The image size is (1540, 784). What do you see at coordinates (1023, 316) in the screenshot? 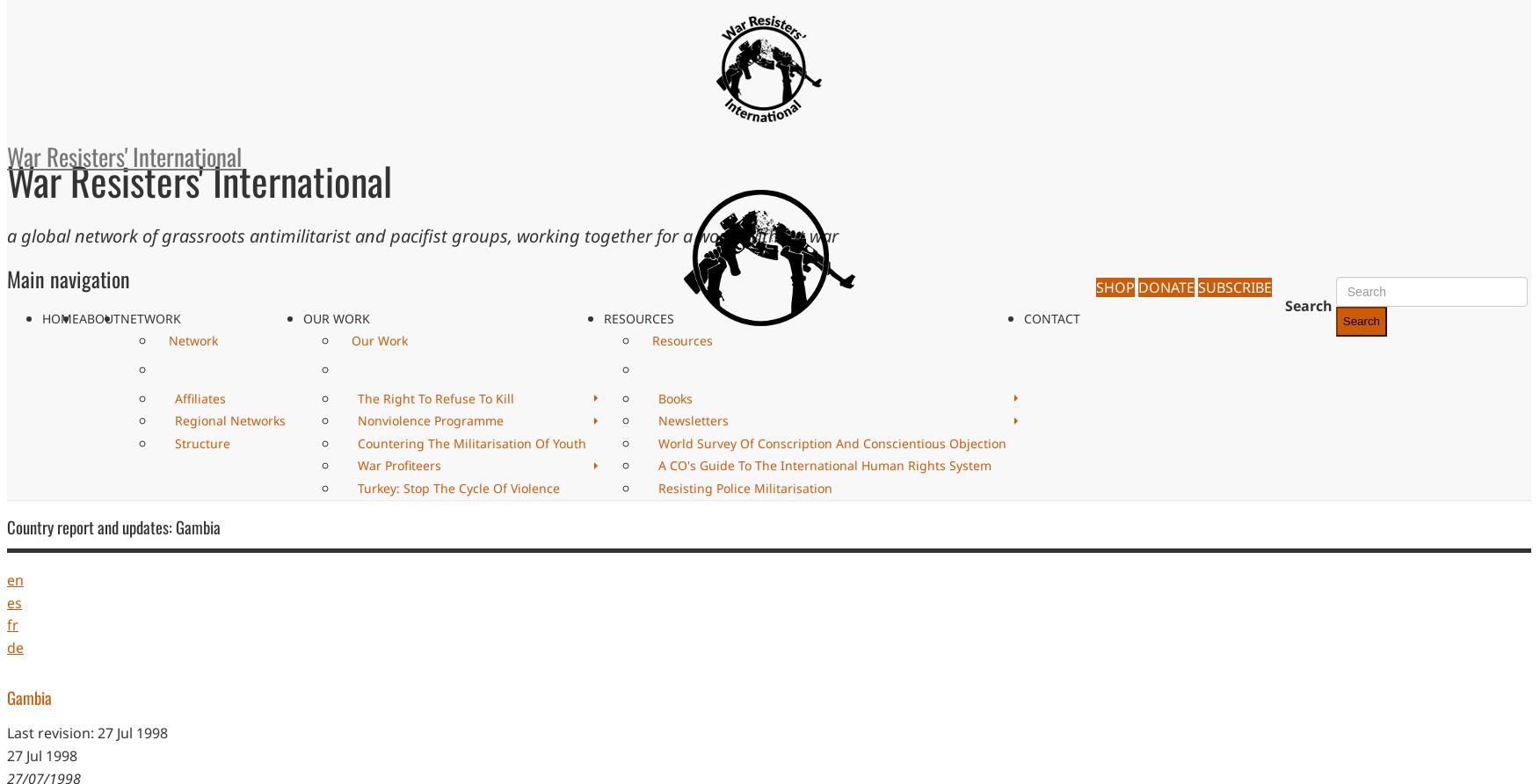
I see `'Contact'` at bounding box center [1023, 316].